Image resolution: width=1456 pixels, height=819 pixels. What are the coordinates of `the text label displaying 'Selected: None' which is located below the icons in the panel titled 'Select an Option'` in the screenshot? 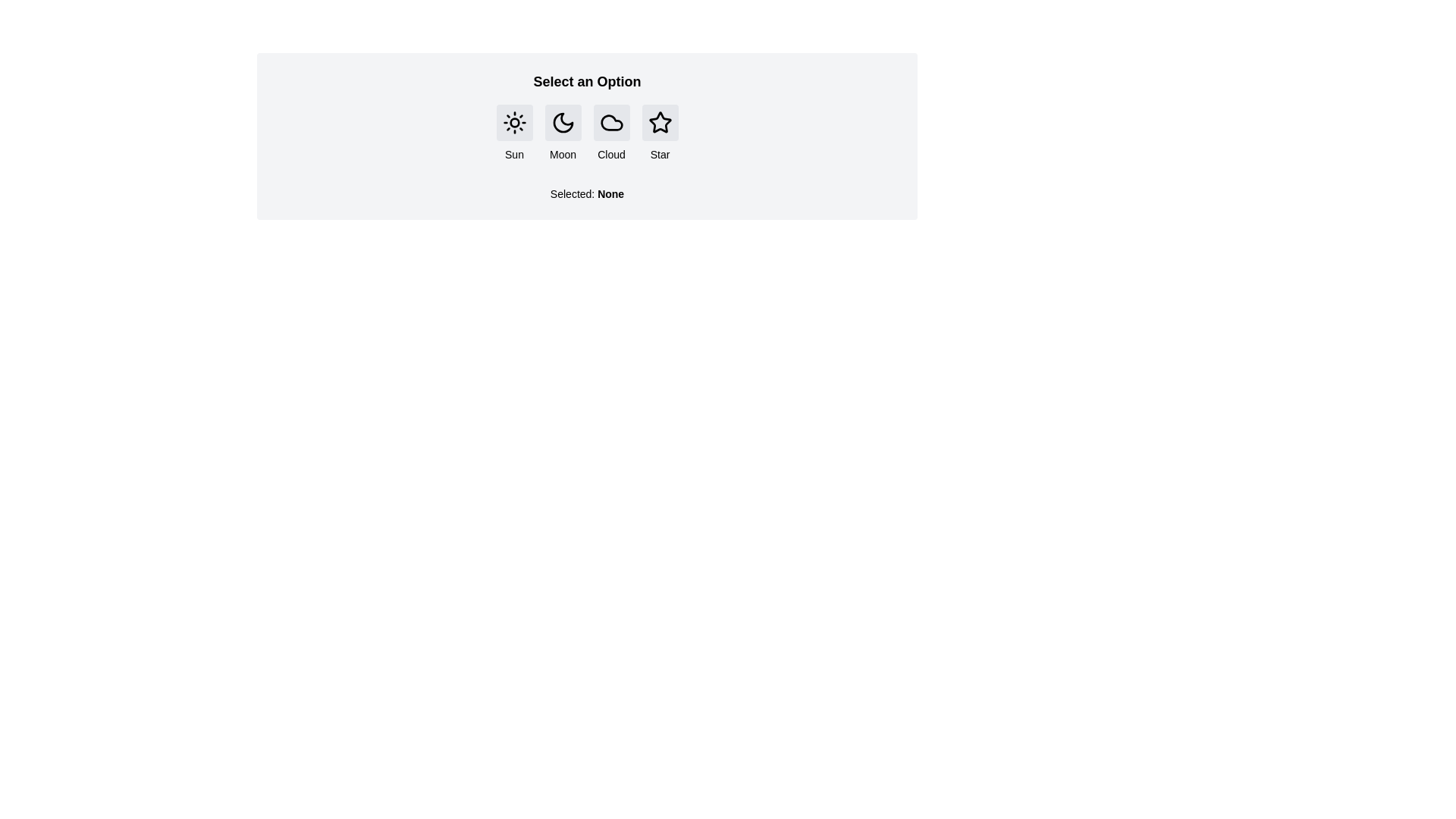 It's located at (586, 187).